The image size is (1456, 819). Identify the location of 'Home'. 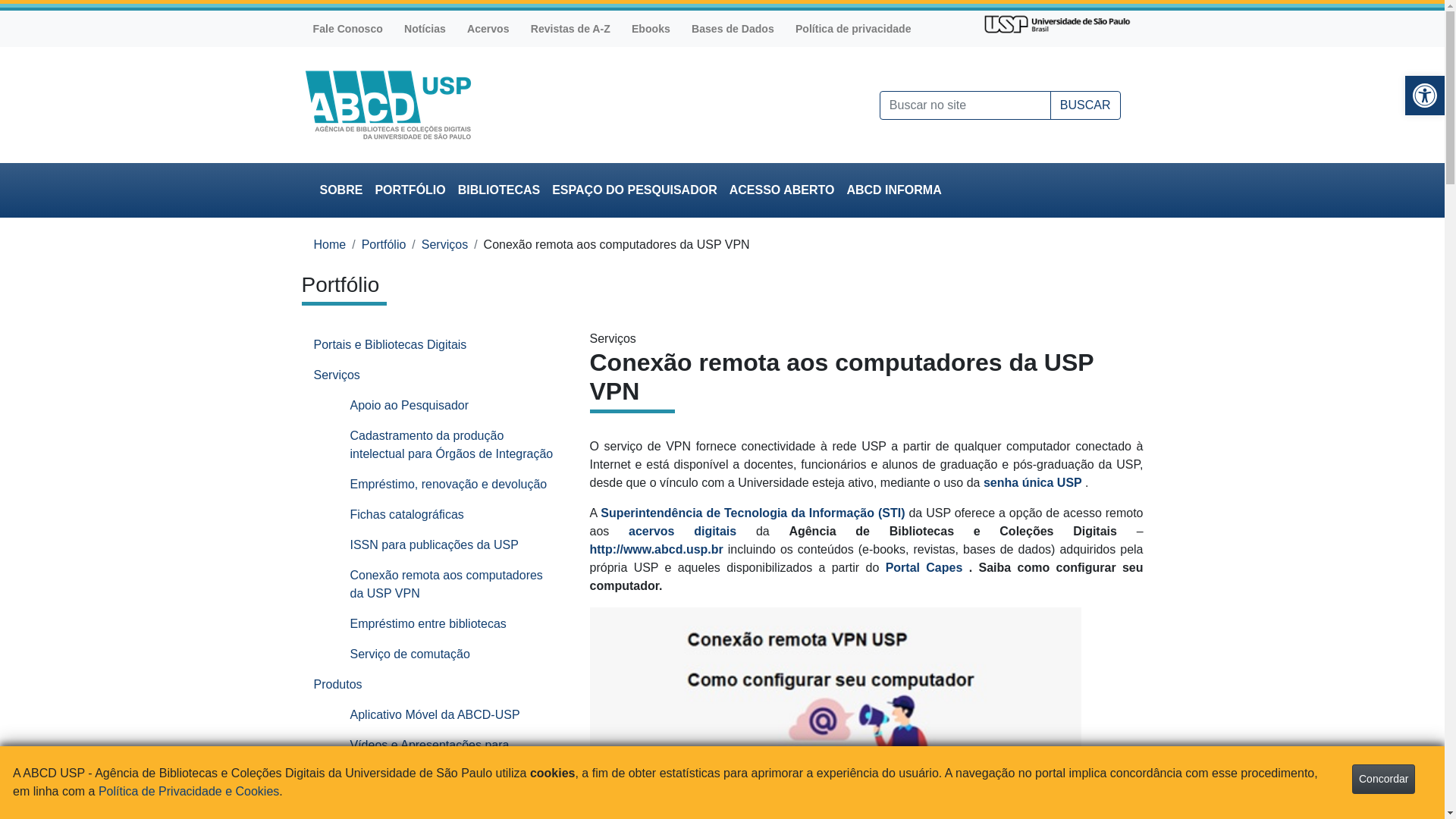
(329, 243).